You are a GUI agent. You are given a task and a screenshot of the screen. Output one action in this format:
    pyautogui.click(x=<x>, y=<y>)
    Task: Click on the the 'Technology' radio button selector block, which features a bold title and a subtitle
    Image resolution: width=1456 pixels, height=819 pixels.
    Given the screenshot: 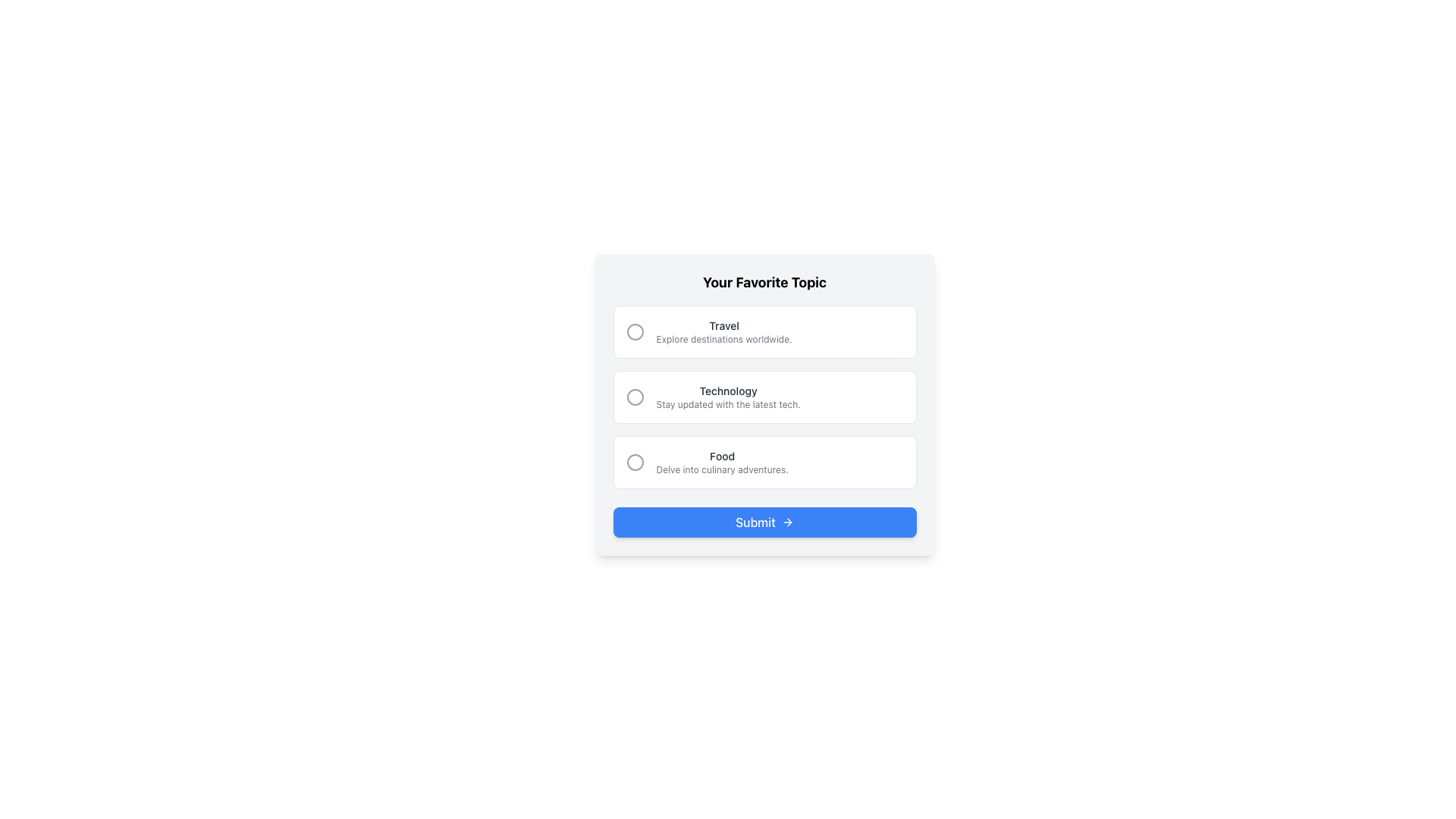 What is the action you would take?
    pyautogui.click(x=764, y=397)
    